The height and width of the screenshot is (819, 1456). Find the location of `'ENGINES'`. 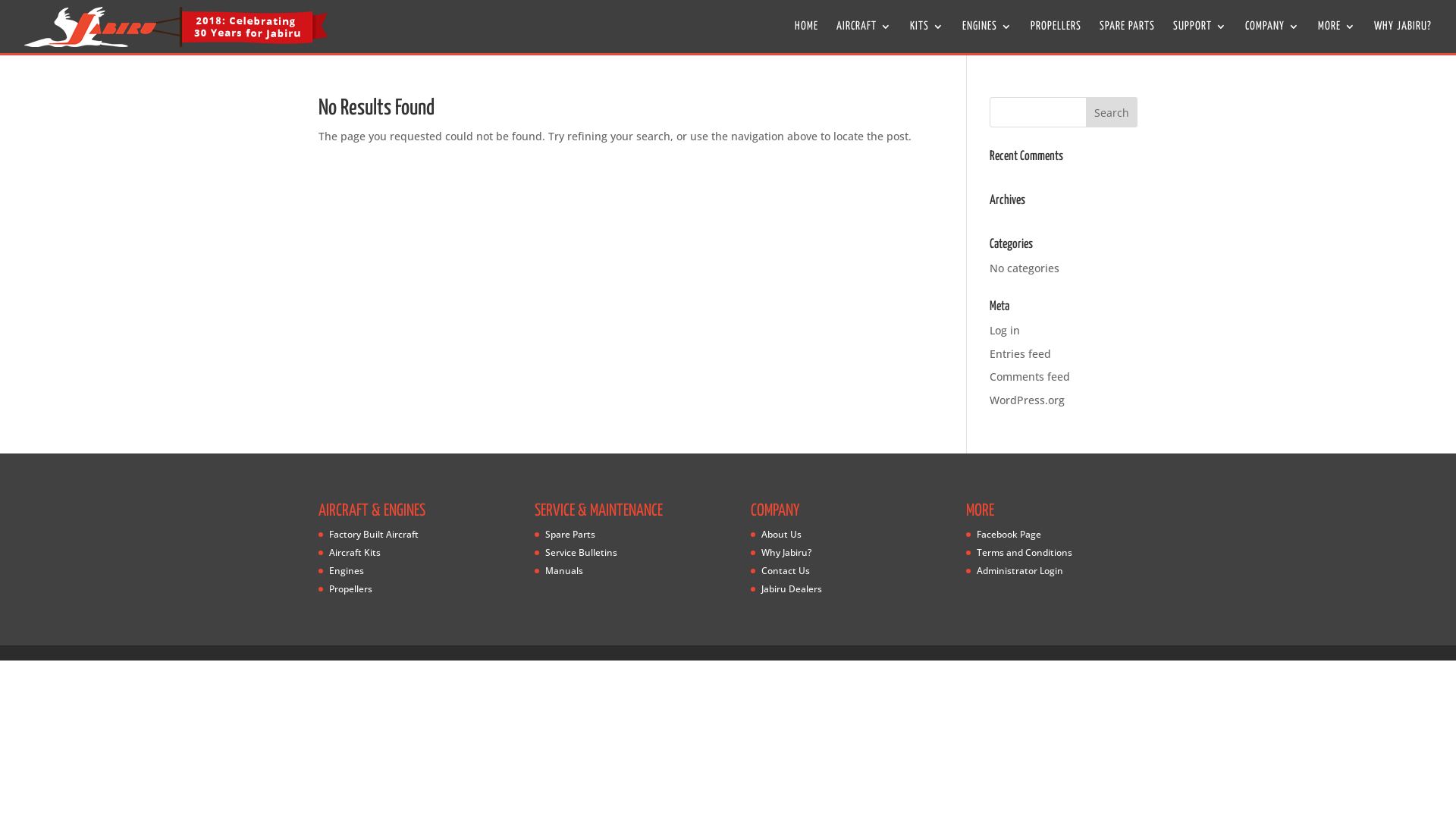

'ENGINES' is located at coordinates (987, 36).